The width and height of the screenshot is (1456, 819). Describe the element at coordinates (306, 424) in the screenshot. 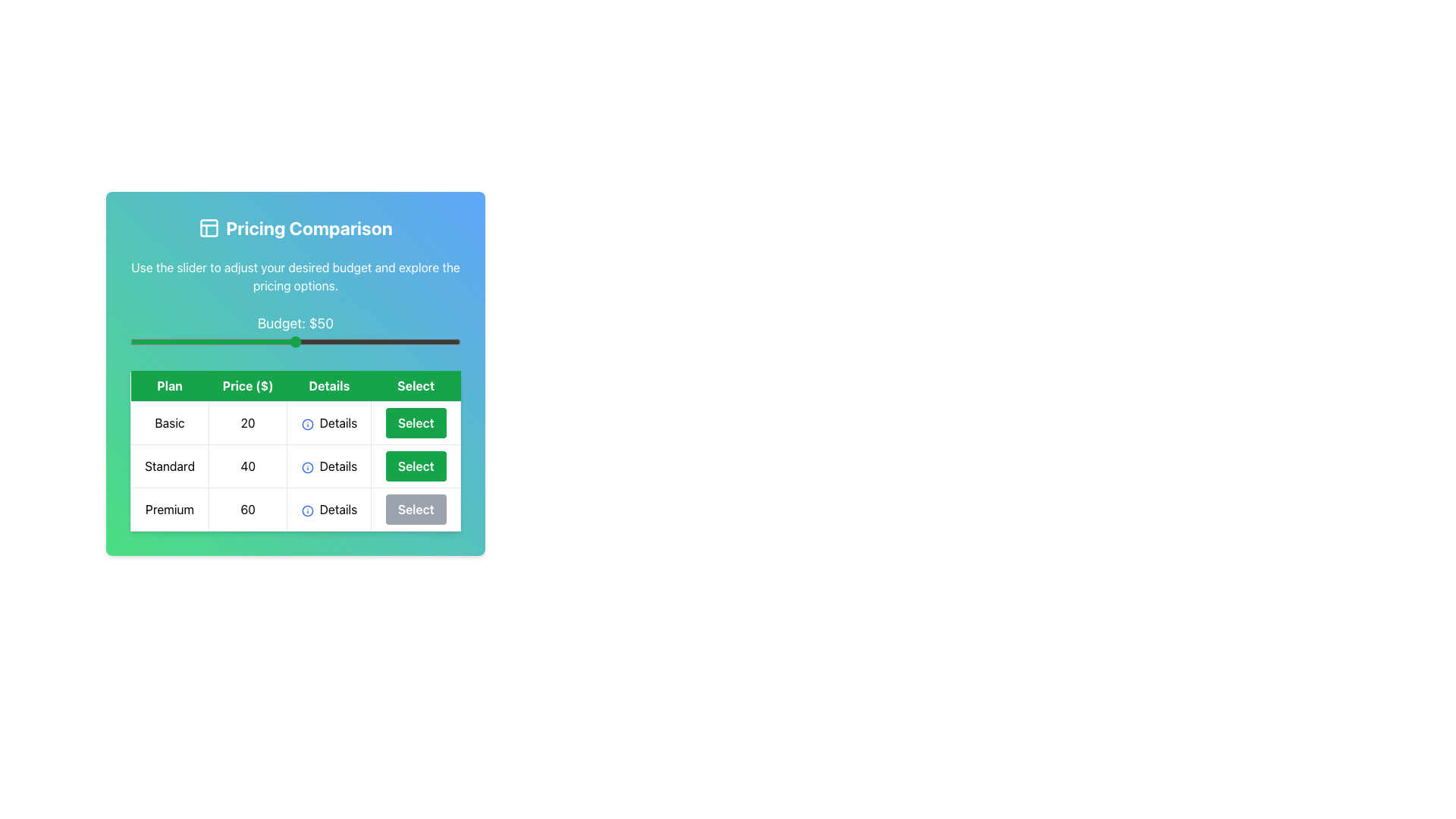

I see `the small circular information icon with a blue outline and white background located in the 'Details' column of the pricing table under the 'Basic' row` at that location.